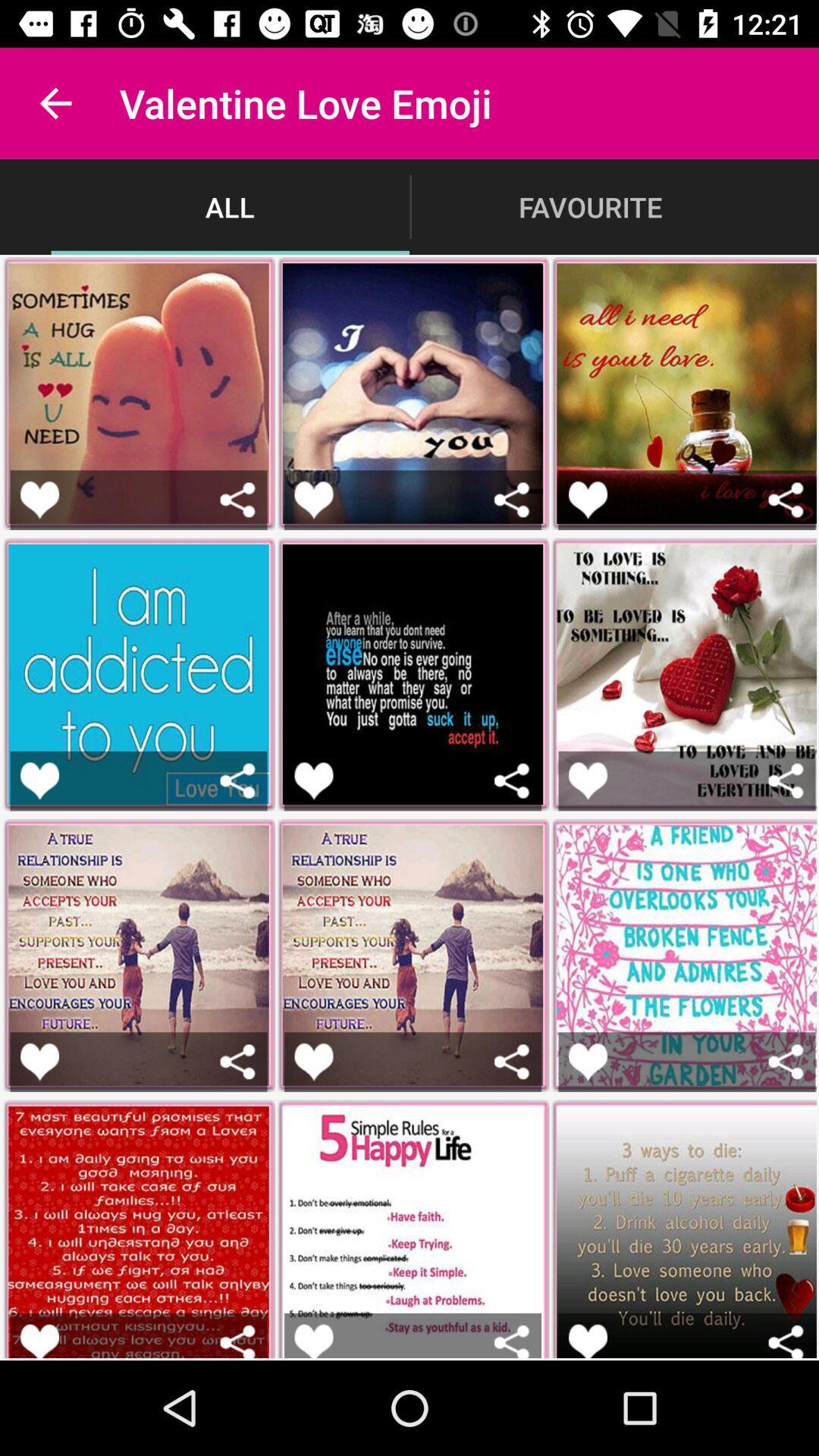 The image size is (819, 1456). I want to click on like the selected emoji, so click(39, 1341).